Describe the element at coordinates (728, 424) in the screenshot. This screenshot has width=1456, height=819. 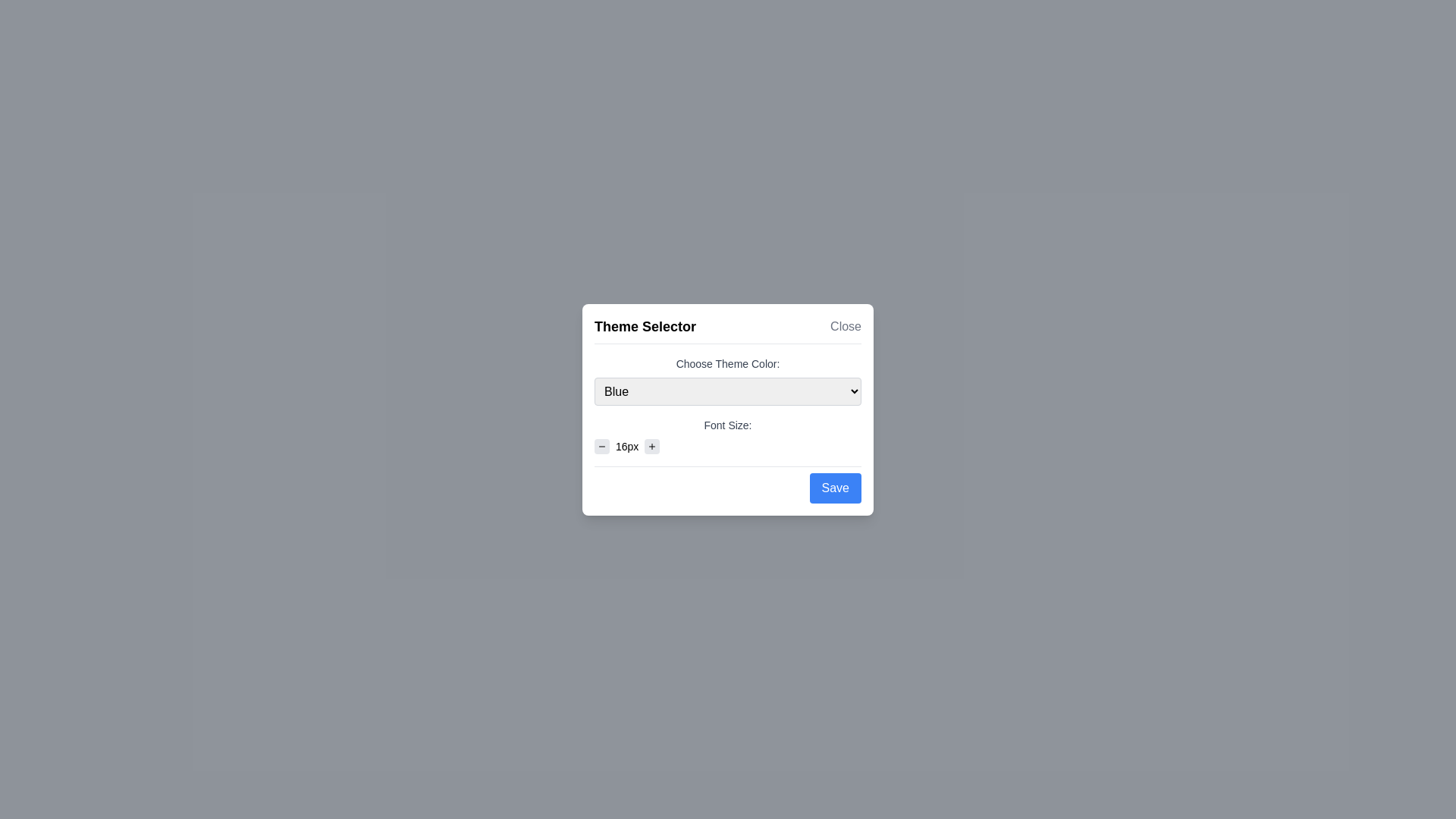
I see `the static text label that indicates the purpose of the font size adjustment controls, located directly below the 'Choose Theme Color:' dropdown and above the font size adjustment buttons` at that location.